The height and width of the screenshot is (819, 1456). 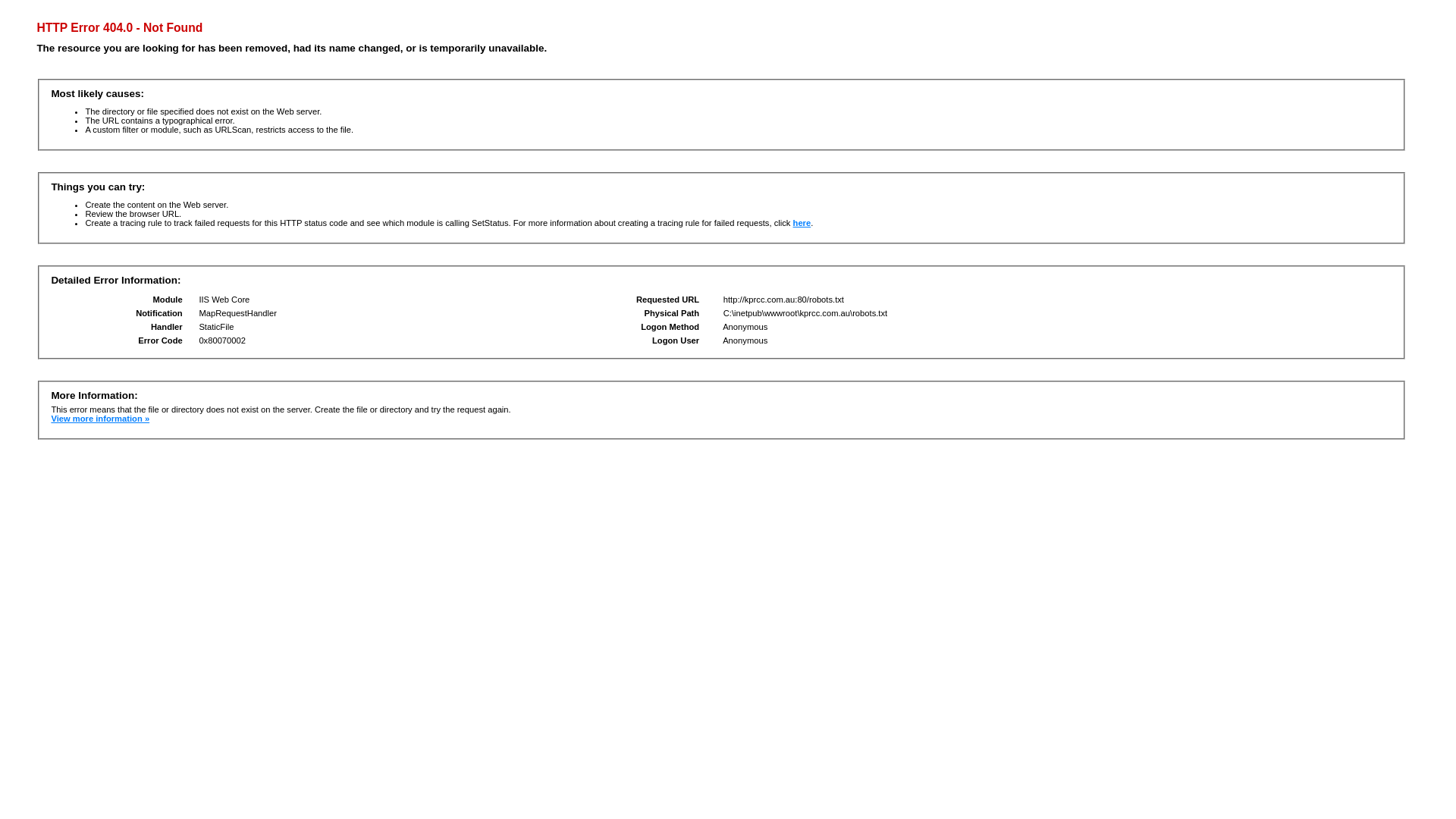 I want to click on 'here', so click(x=801, y=222).